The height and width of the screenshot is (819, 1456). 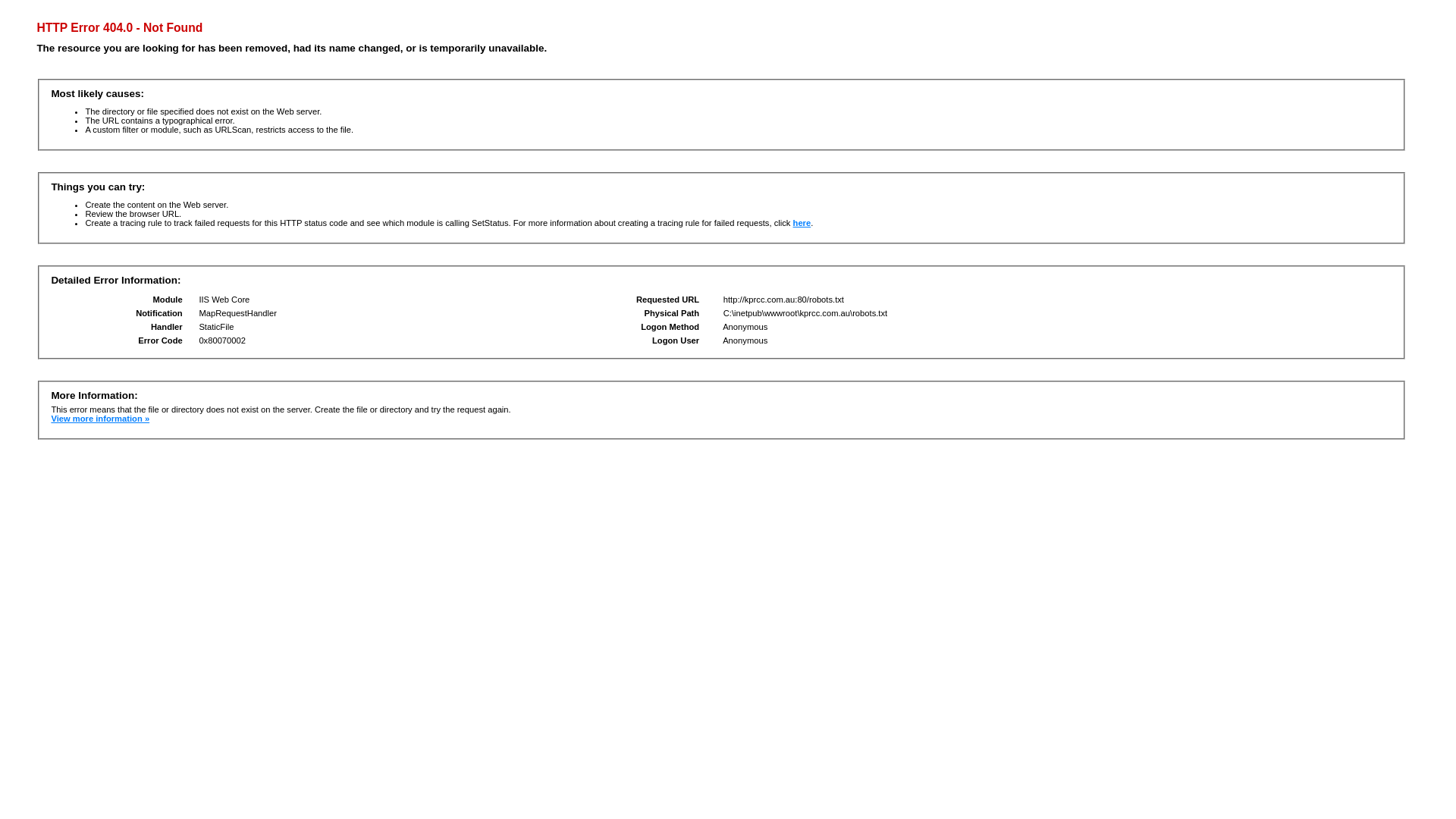 I want to click on 'here', so click(x=801, y=222).